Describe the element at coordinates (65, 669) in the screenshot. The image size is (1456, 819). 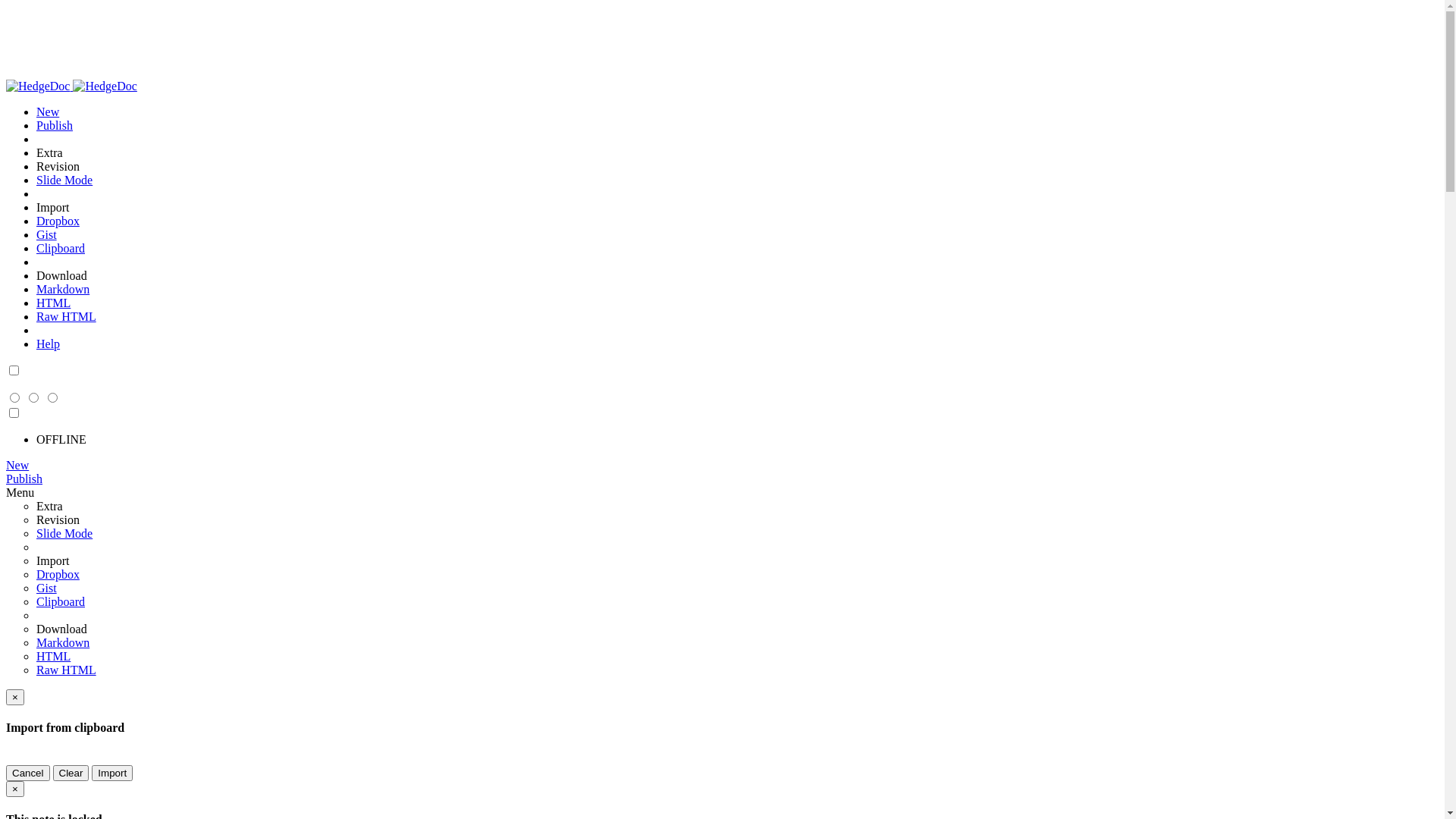
I see `'Raw HTML'` at that location.